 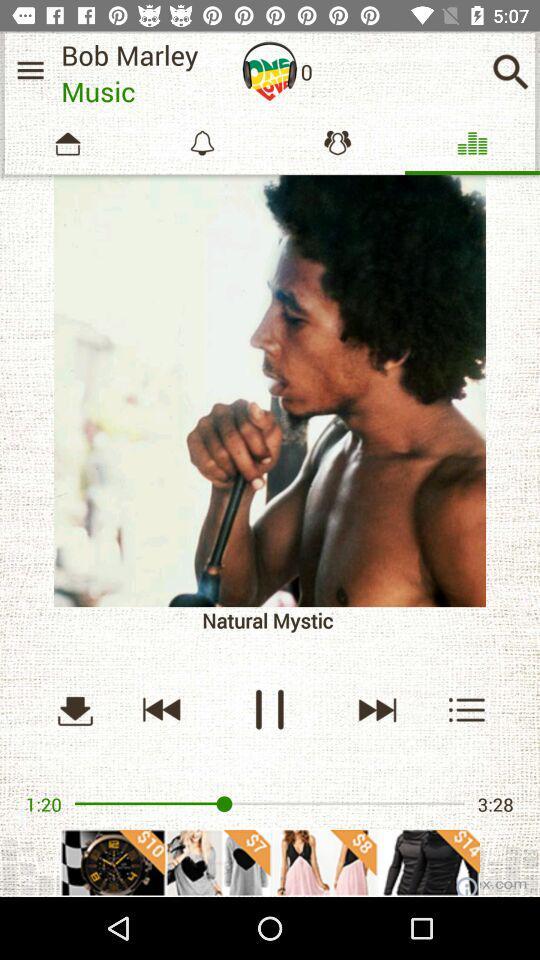 What do you see at coordinates (161, 709) in the screenshot?
I see `the av_rewind icon` at bounding box center [161, 709].